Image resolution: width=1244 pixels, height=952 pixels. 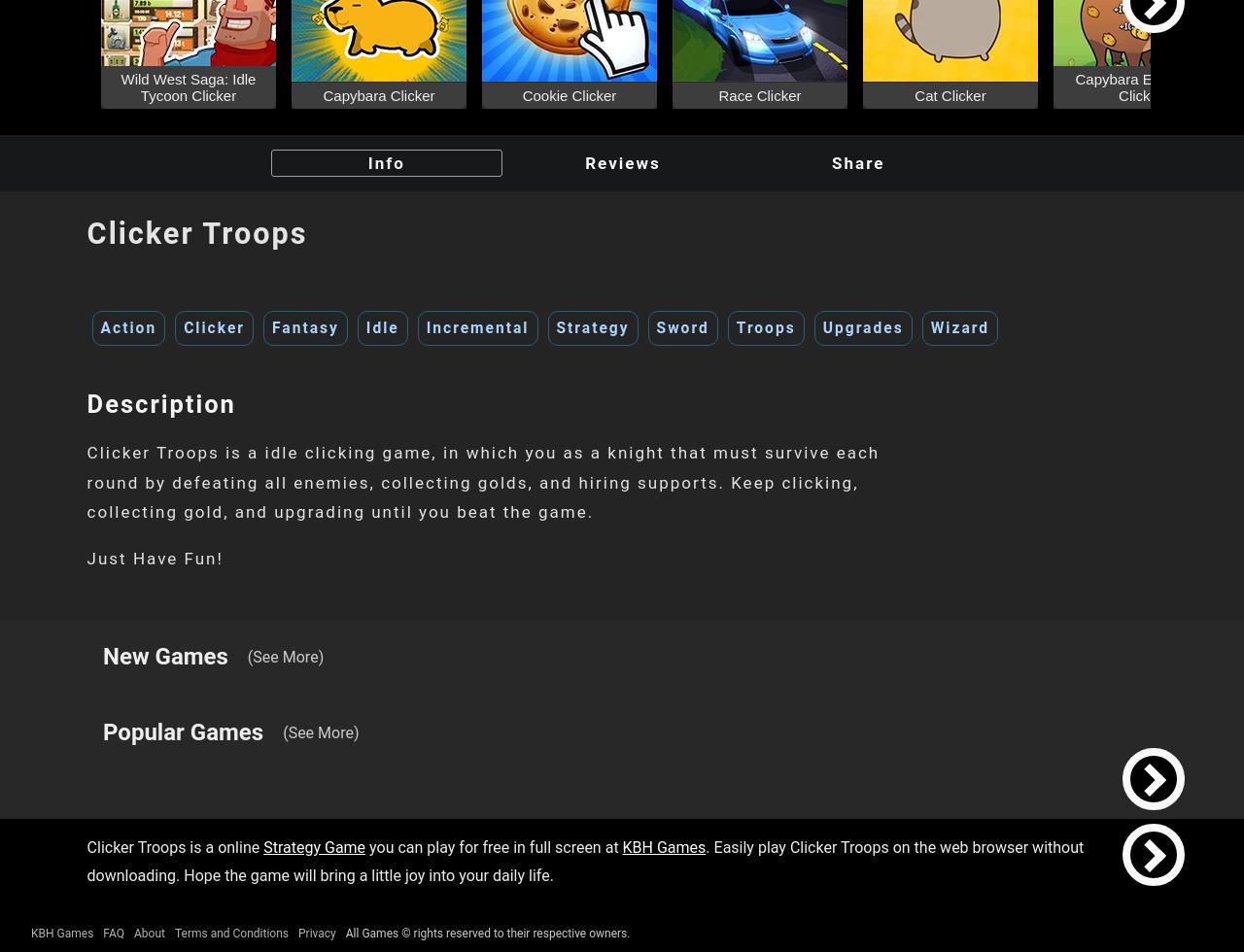 What do you see at coordinates (112, 933) in the screenshot?
I see `'FAQ'` at bounding box center [112, 933].